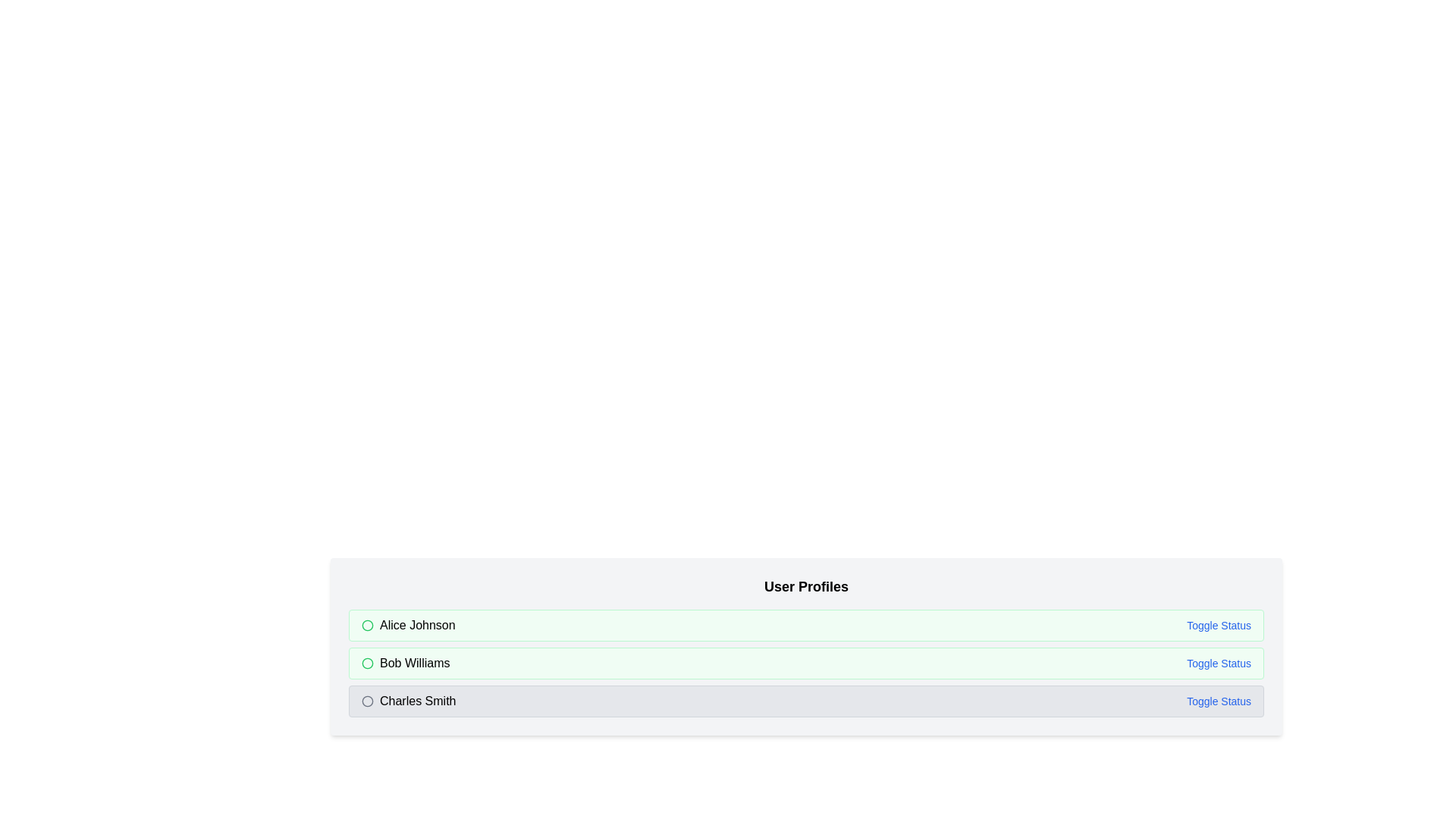  I want to click on the user's name 'Alice Johnson' which is represented by a text with a decorative green circle indicating online status, located in the first list item under the 'User Profiles' section, so click(408, 626).